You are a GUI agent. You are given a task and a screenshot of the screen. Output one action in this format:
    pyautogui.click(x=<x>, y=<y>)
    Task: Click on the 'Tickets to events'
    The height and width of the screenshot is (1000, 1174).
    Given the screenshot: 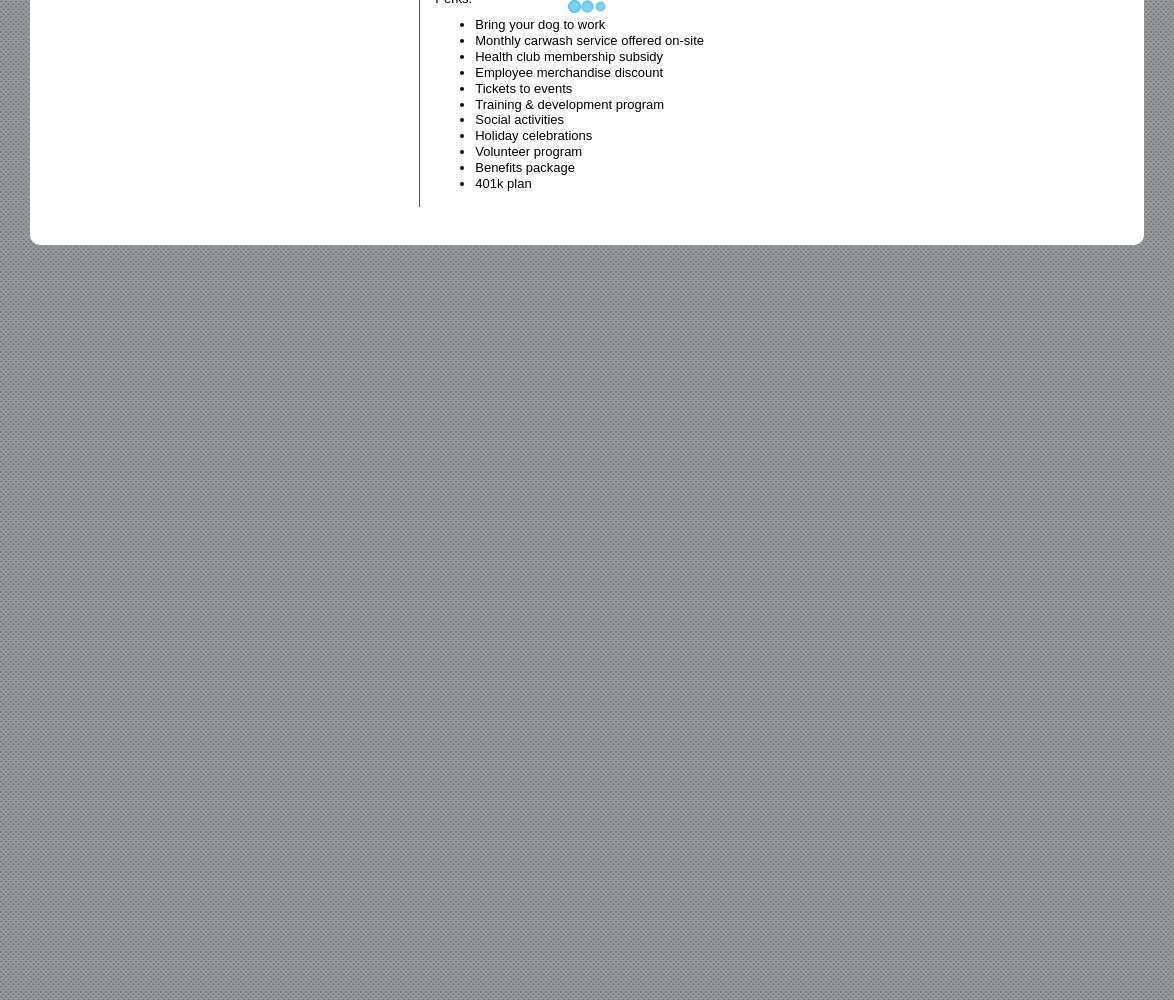 What is the action you would take?
    pyautogui.click(x=522, y=86)
    